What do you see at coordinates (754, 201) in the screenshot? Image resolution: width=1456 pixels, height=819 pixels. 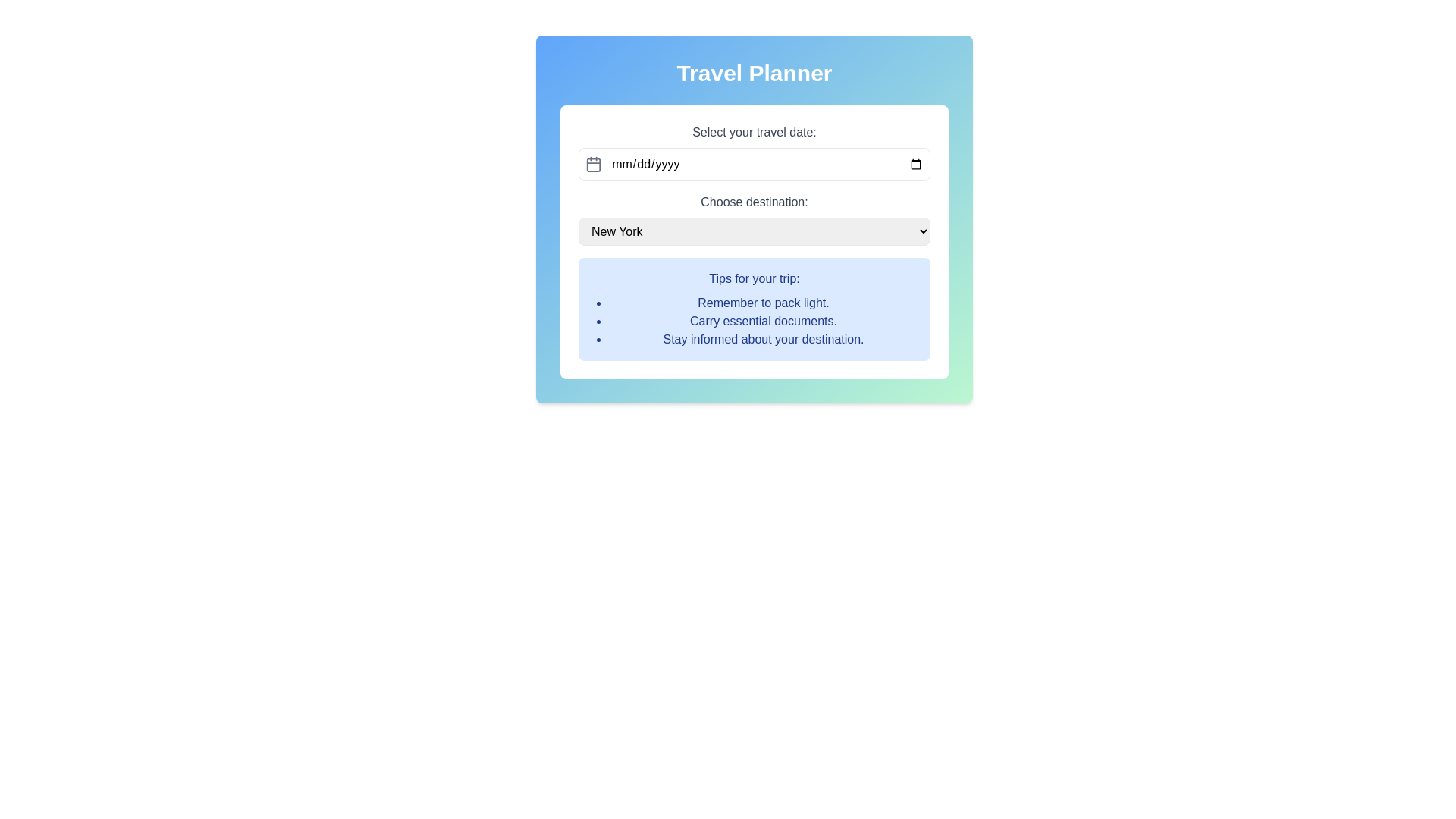 I see `the label that provides context for selecting a travel destination, positioned above the 'New York' dropdown menu` at bounding box center [754, 201].